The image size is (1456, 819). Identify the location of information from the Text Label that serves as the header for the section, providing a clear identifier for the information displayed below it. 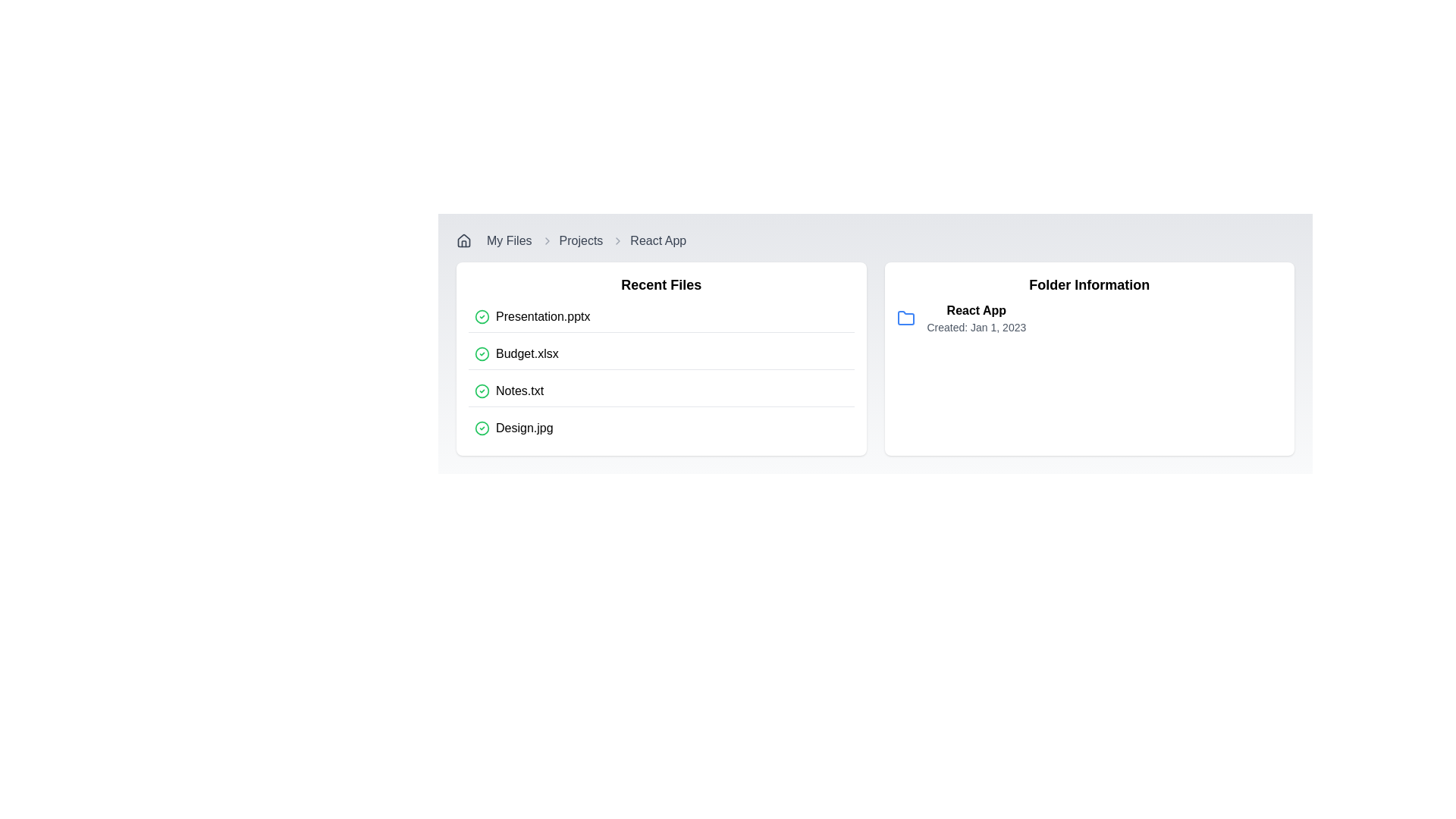
(1088, 284).